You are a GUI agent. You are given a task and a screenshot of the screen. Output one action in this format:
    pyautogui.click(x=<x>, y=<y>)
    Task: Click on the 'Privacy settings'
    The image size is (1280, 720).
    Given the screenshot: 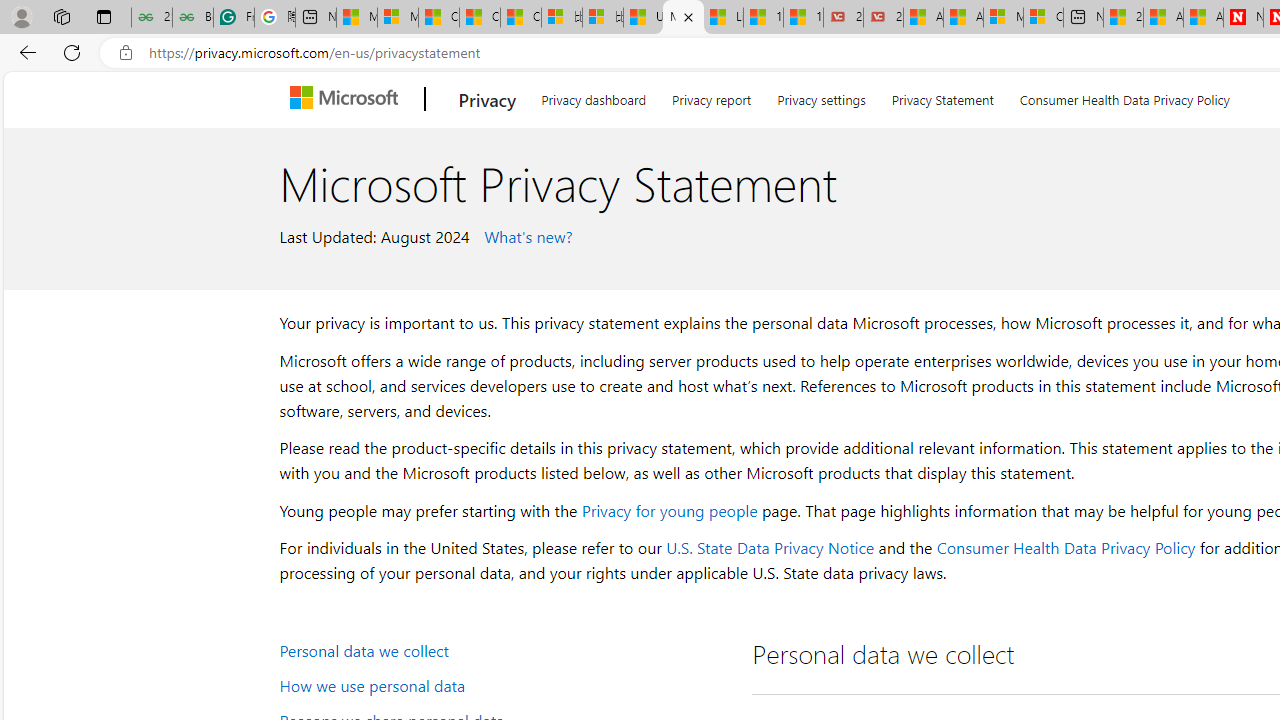 What is the action you would take?
    pyautogui.click(x=821, y=96)
    